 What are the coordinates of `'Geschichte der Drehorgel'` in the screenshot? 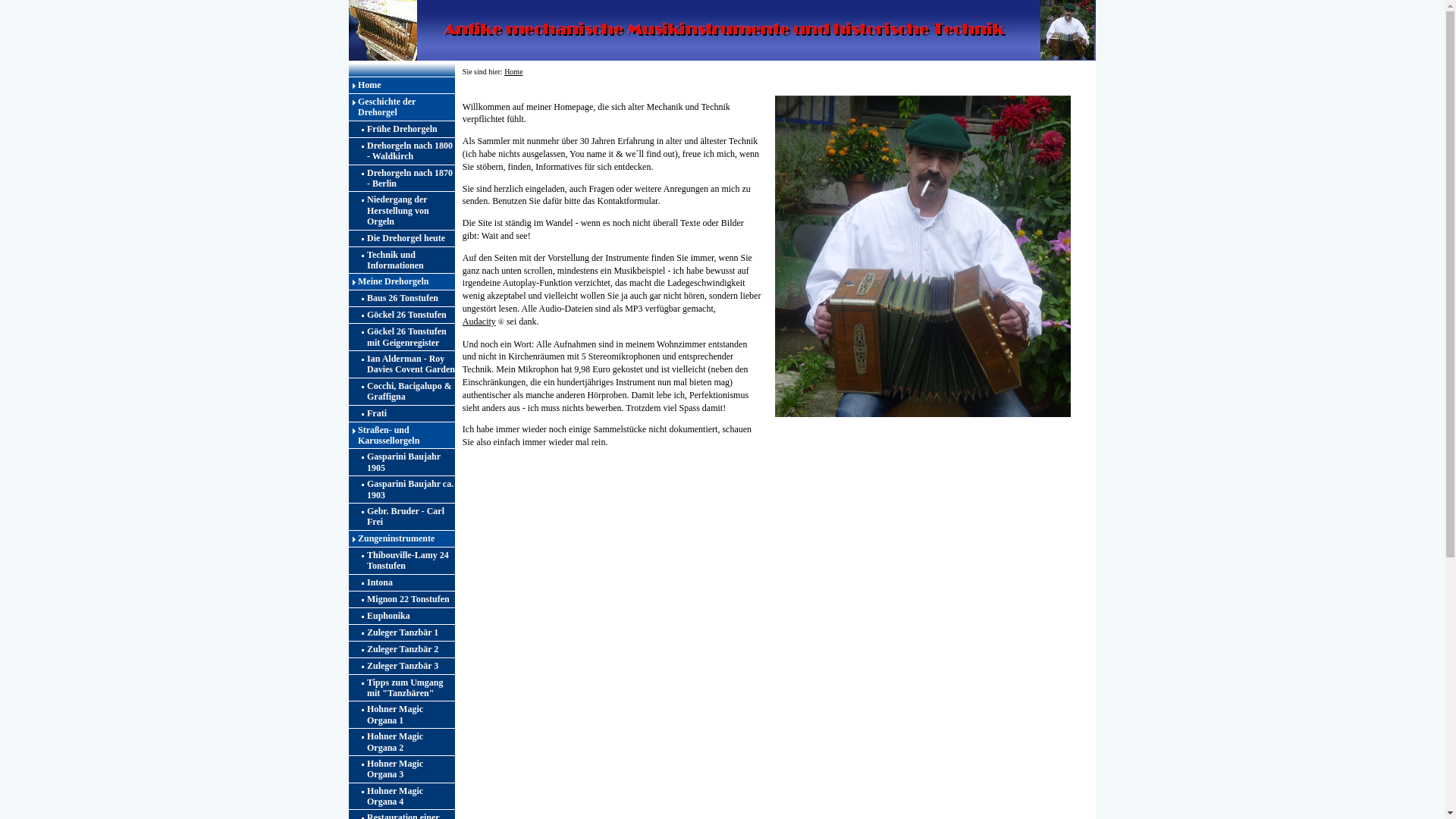 It's located at (401, 106).